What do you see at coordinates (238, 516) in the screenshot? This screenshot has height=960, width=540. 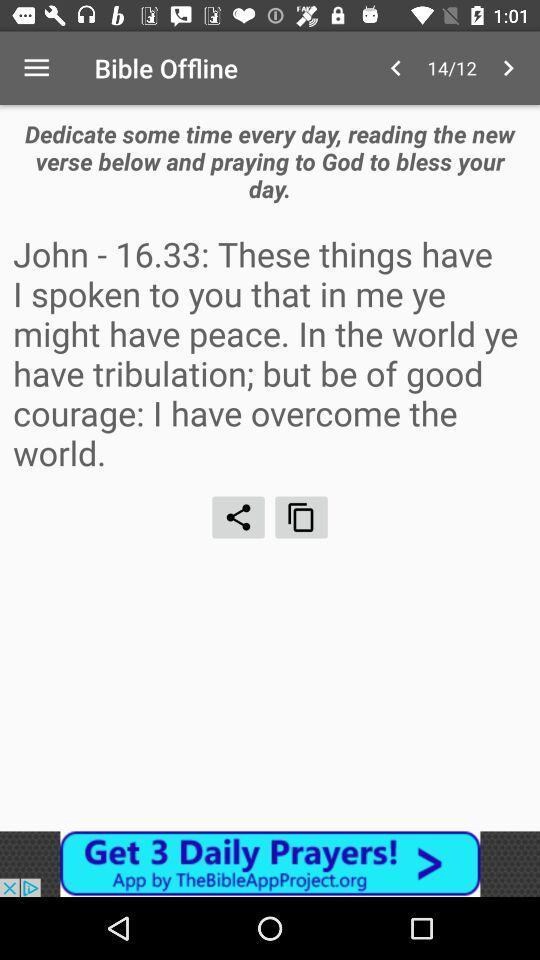 I see `share the bible quotes` at bounding box center [238, 516].